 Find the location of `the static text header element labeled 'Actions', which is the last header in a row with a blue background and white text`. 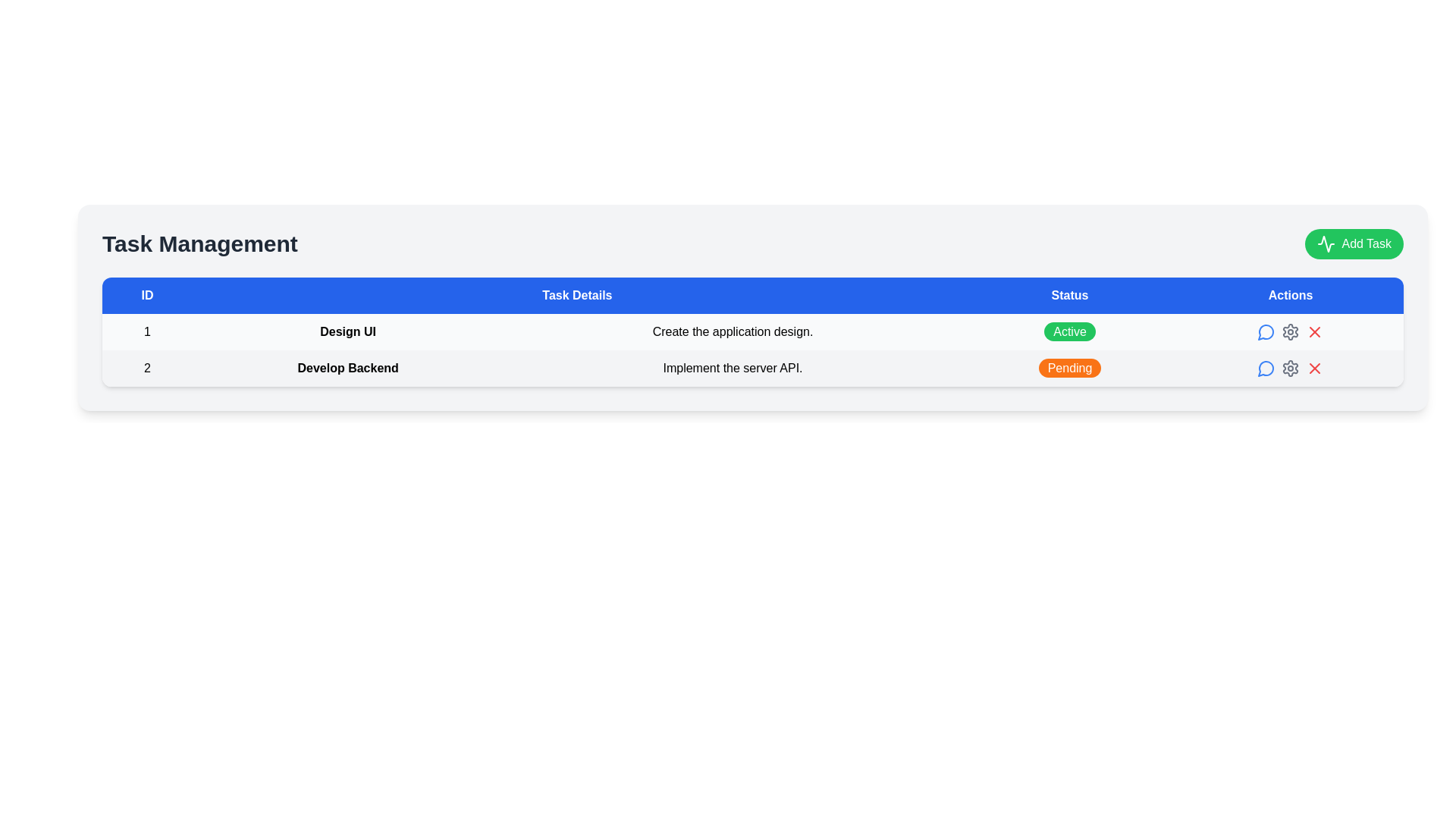

the static text header element labeled 'Actions', which is the last header in a row with a blue background and white text is located at coordinates (1290, 295).